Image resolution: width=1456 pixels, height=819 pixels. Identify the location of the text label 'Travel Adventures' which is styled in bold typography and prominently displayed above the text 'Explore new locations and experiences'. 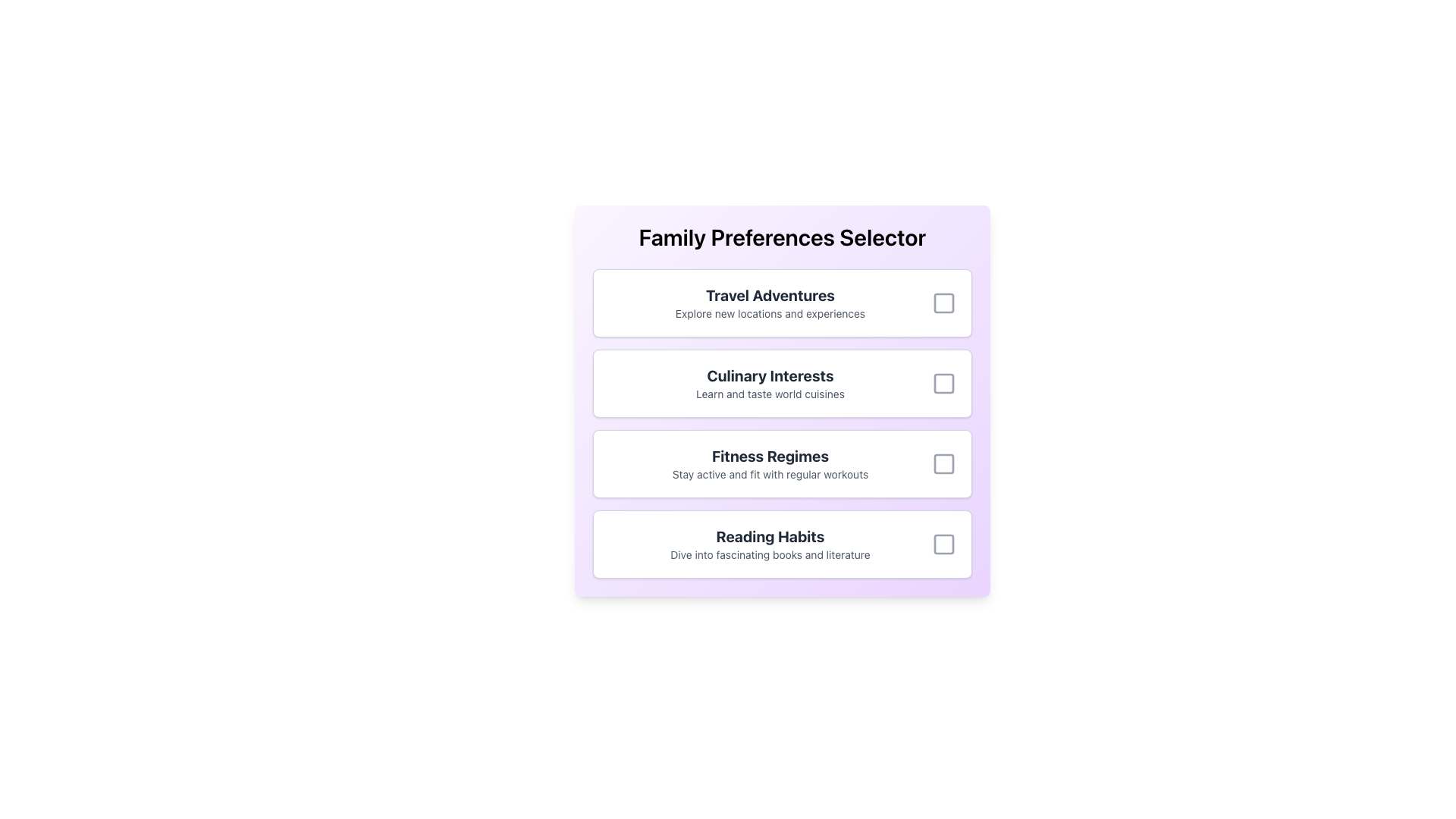
(770, 295).